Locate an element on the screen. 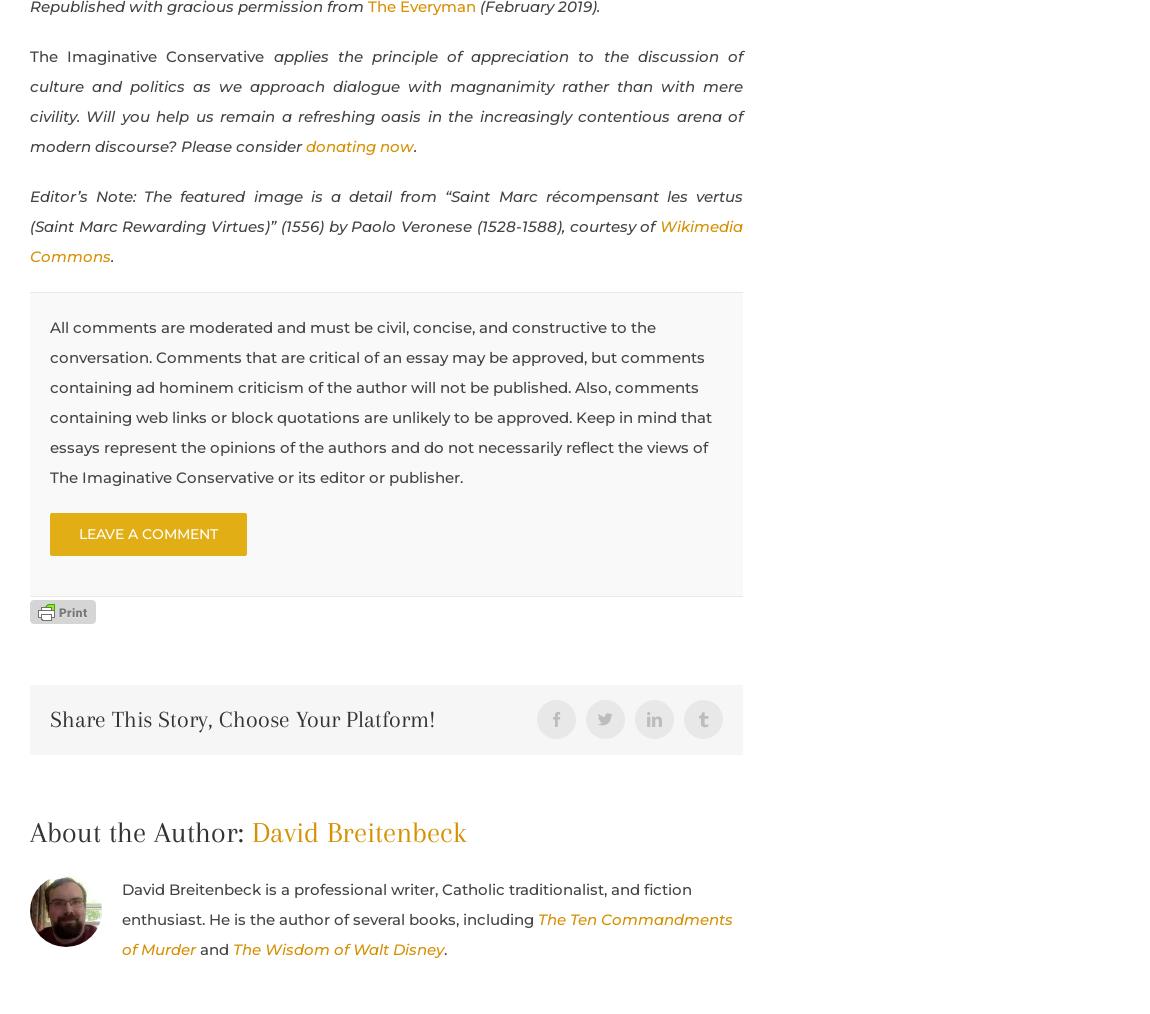 Image resolution: width=1150 pixels, height=1014 pixels. 'Leave a Comment' is located at coordinates (147, 531).